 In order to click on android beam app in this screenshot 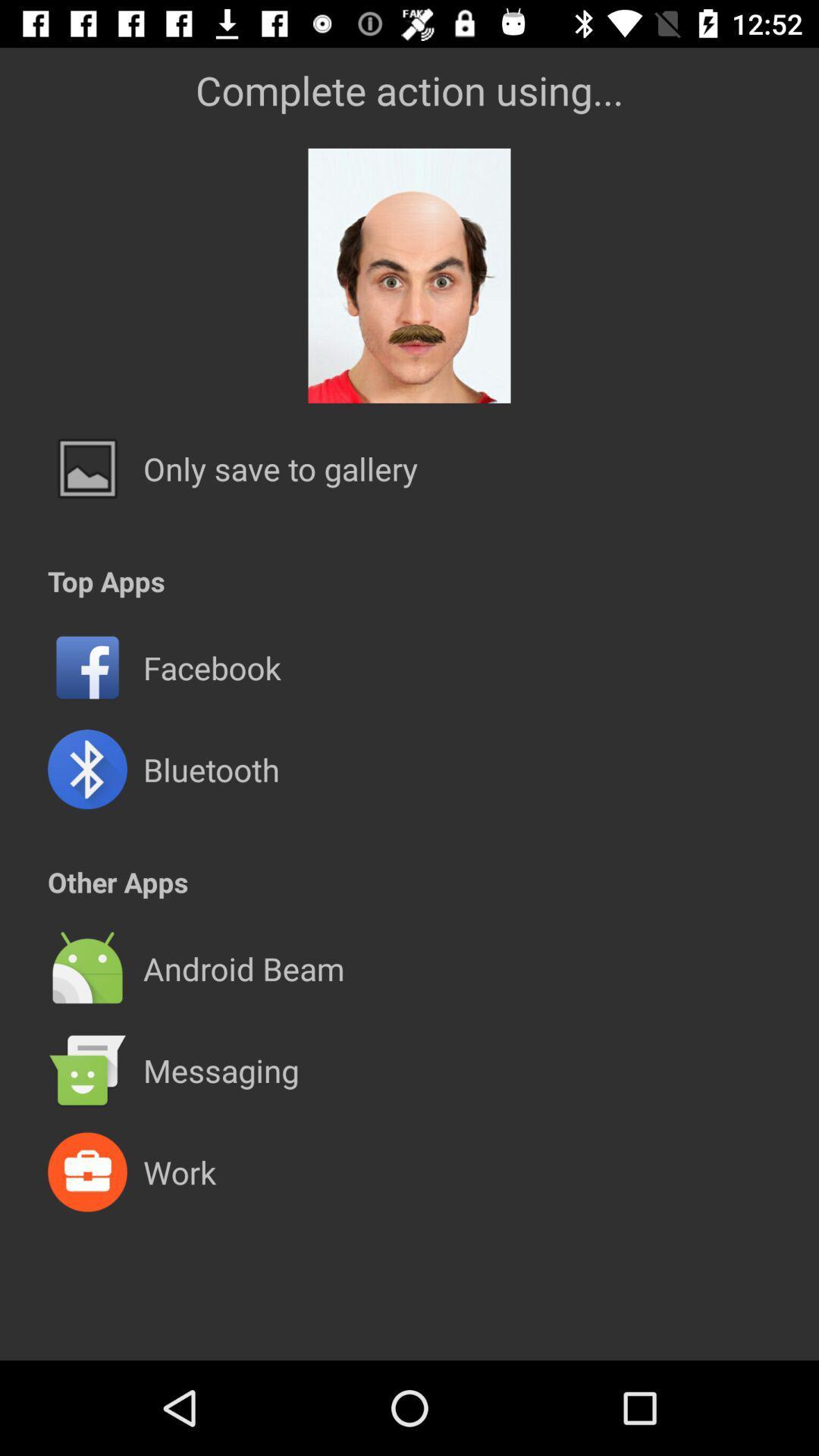, I will do `click(243, 968)`.